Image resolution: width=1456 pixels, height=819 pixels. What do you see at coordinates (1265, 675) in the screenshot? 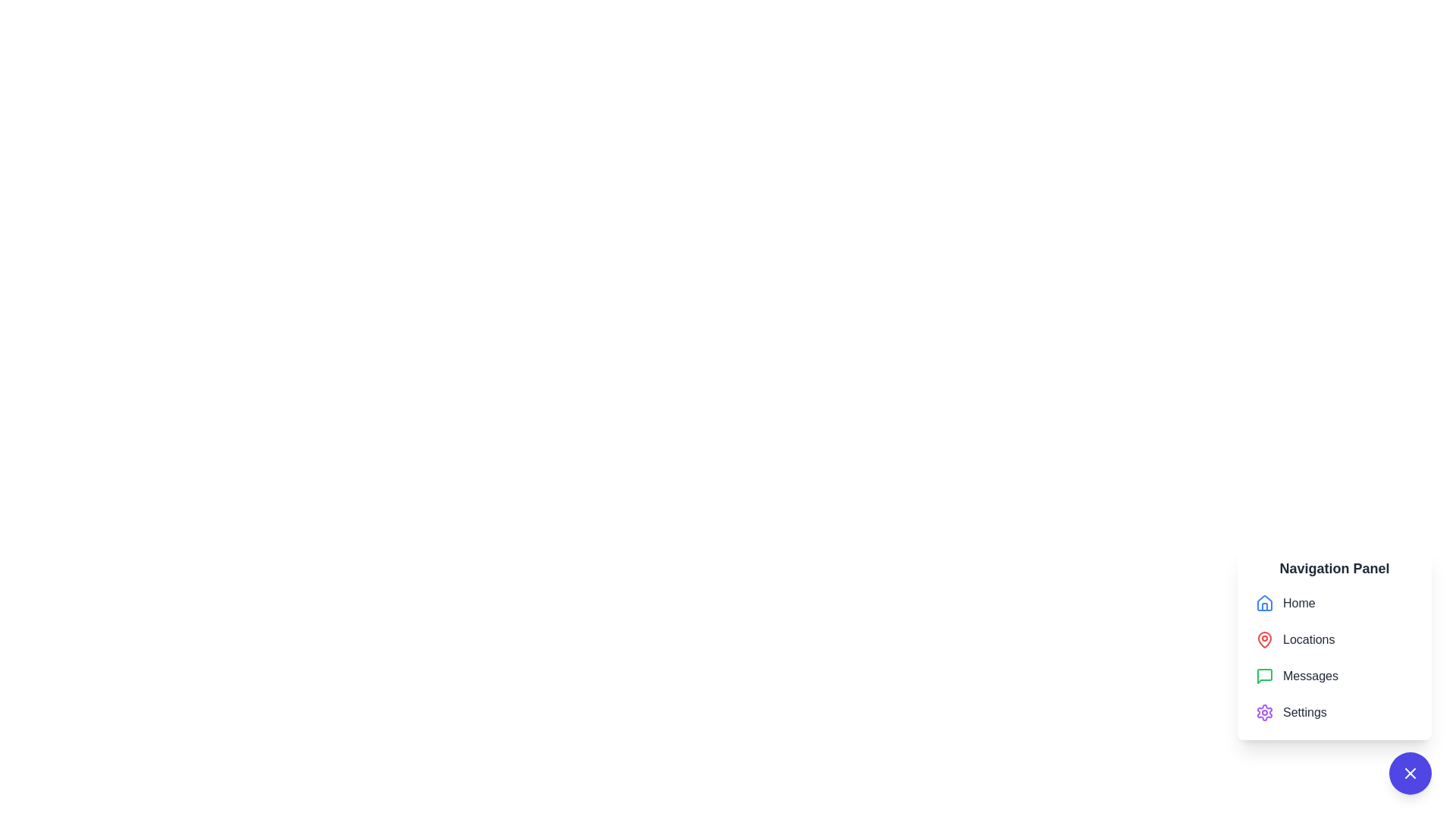
I see `the green outlined speech balloon icon located to the left of the 'Messages' label in the navigation menu` at bounding box center [1265, 675].